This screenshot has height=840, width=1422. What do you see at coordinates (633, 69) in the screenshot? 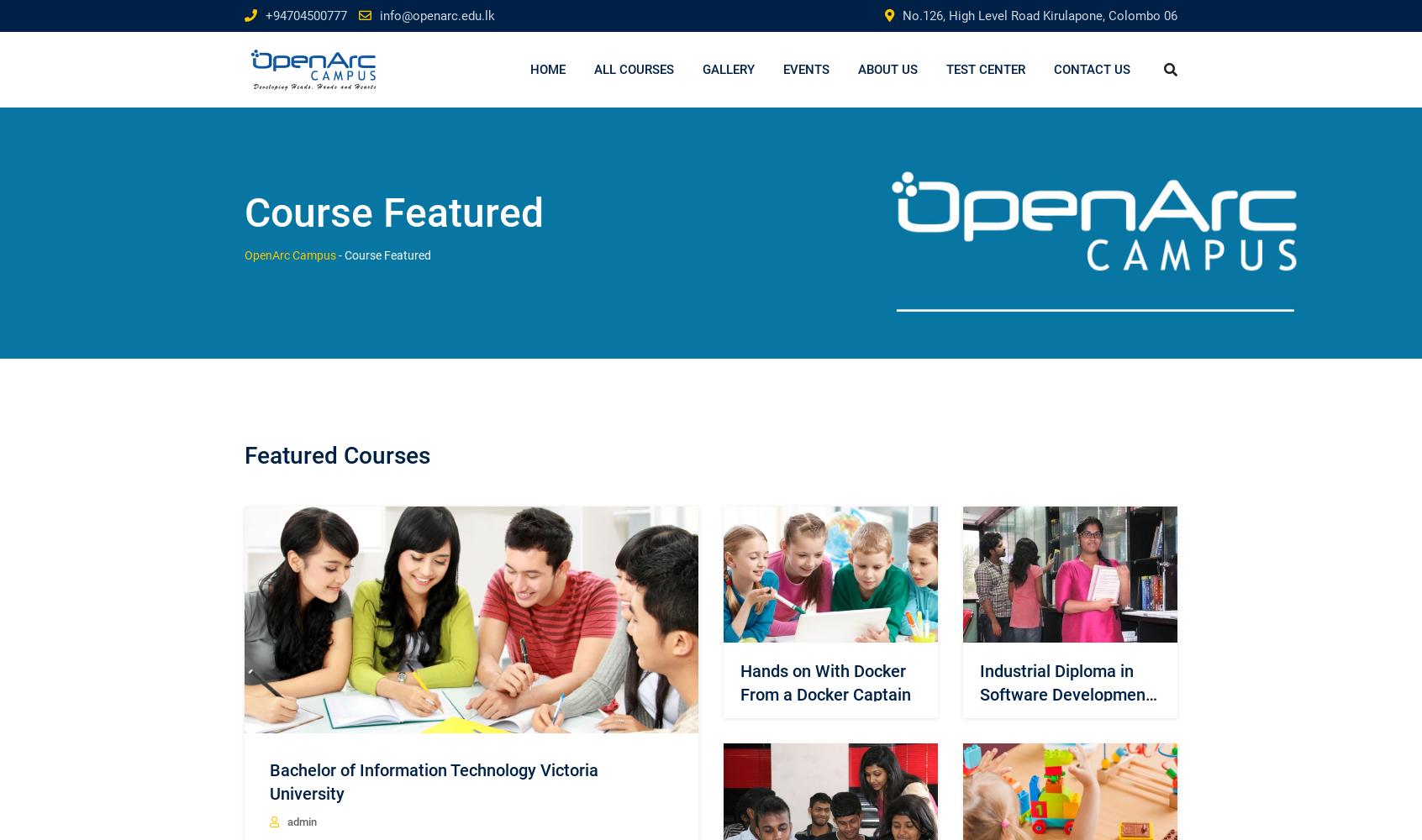
I see `'ALL COURSES'` at bounding box center [633, 69].